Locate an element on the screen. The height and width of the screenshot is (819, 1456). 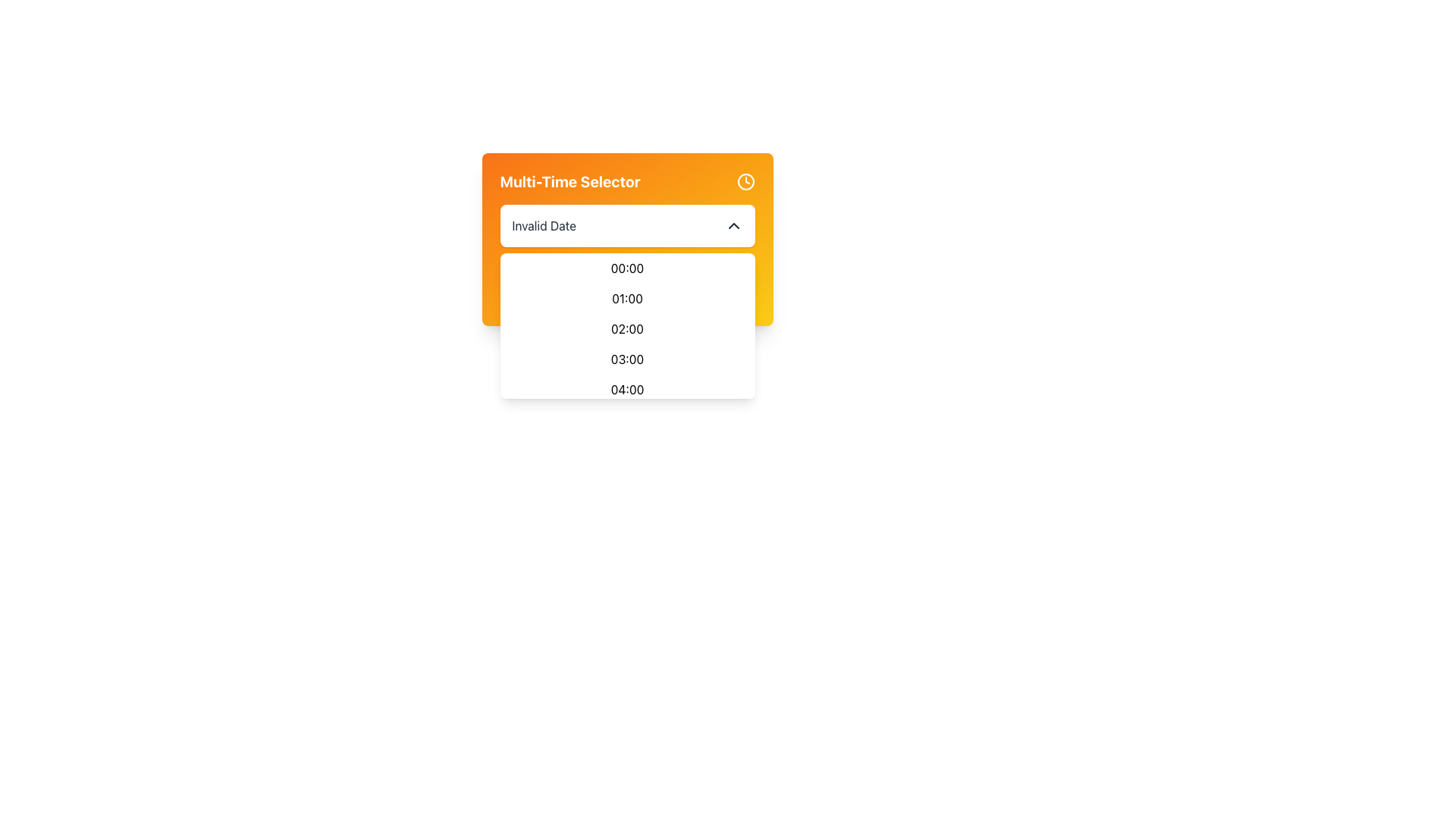
the dropdown menu labeled 'Invalid Date' below the 'Multi-Time Selector' title is located at coordinates (627, 225).